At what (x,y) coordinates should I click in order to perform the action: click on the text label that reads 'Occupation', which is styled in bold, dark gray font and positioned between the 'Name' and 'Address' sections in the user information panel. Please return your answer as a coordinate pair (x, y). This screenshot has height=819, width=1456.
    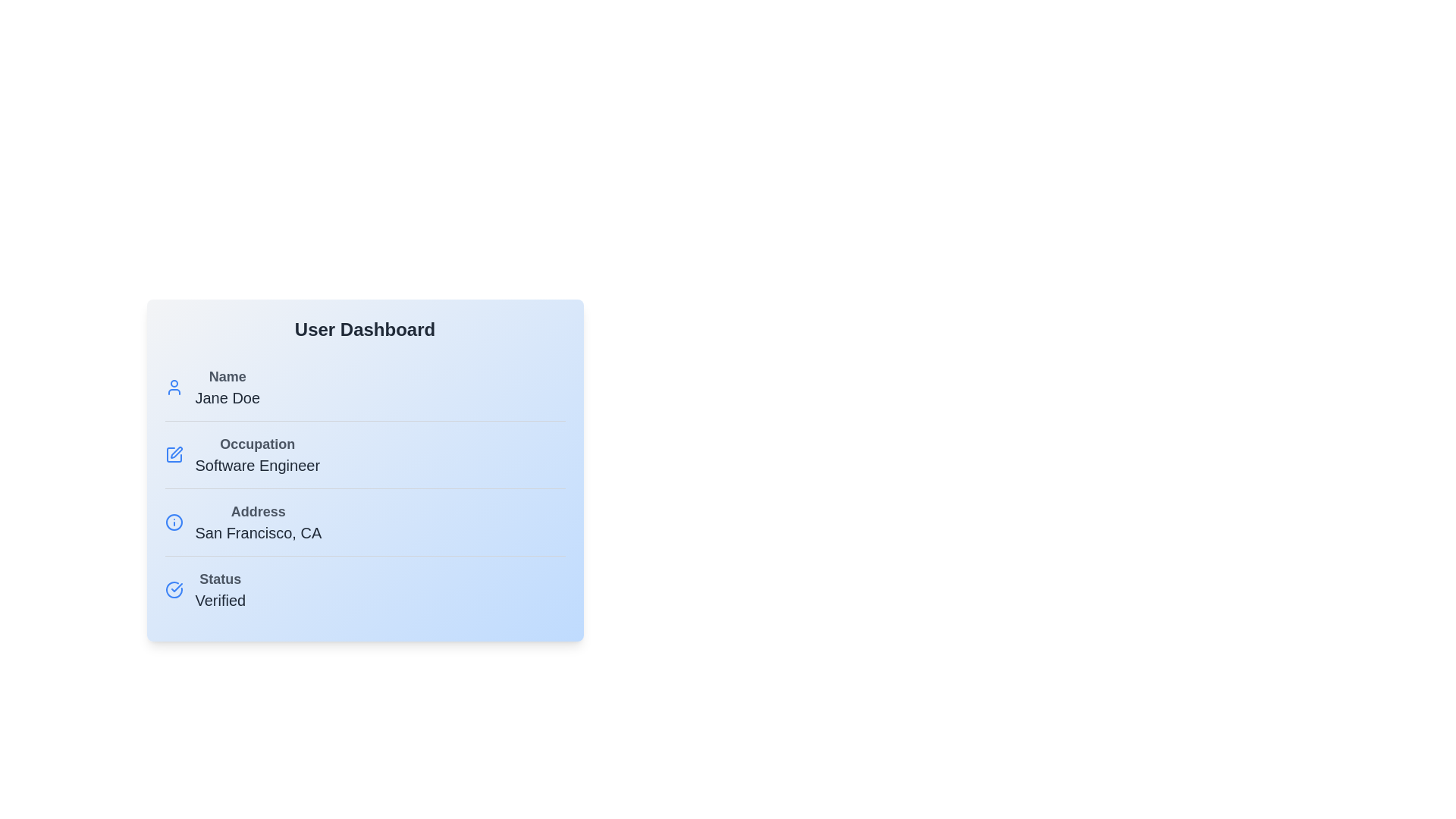
    Looking at the image, I should click on (257, 444).